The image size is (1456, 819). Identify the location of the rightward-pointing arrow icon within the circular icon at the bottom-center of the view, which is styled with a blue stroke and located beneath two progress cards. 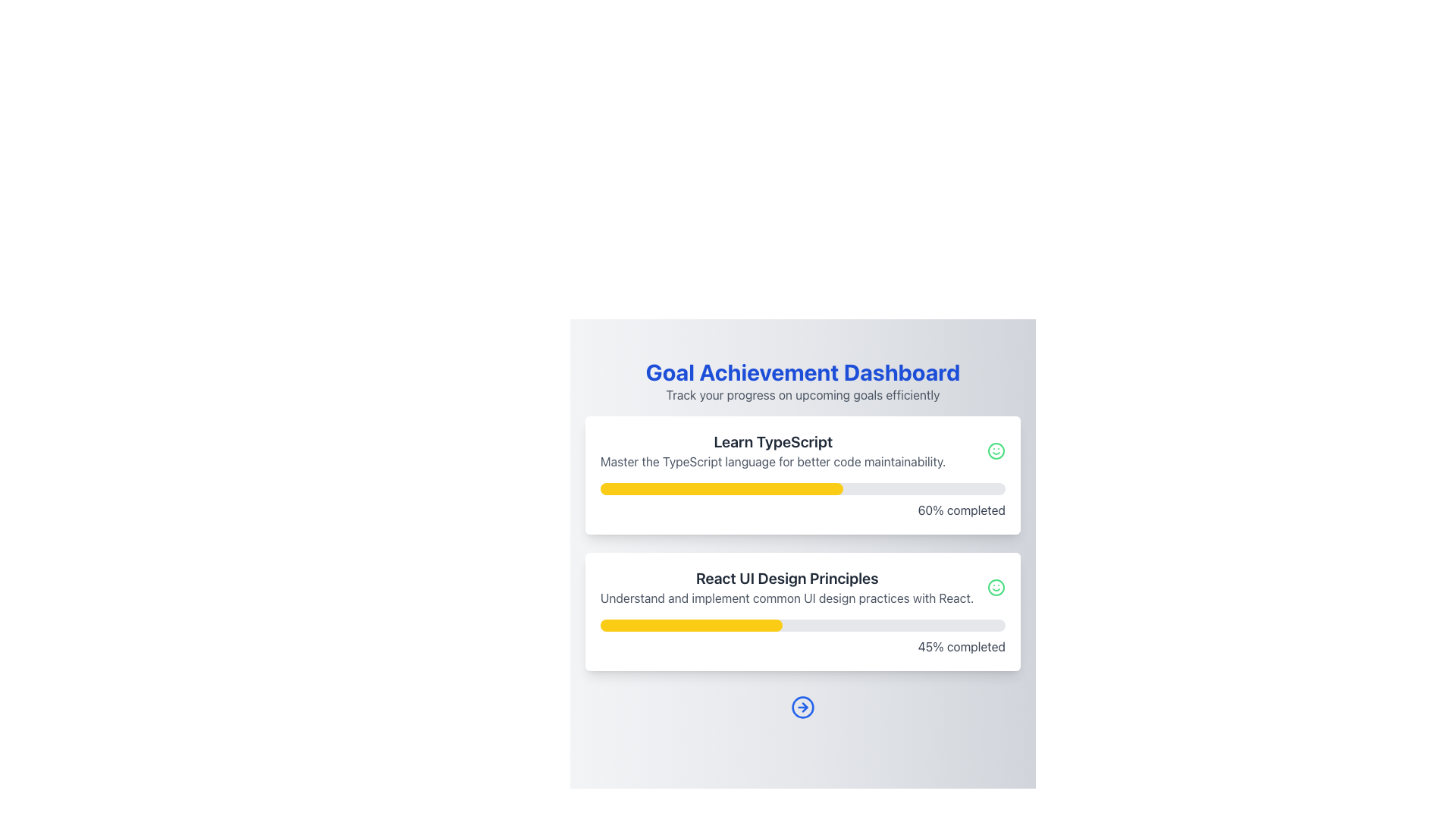
(804, 708).